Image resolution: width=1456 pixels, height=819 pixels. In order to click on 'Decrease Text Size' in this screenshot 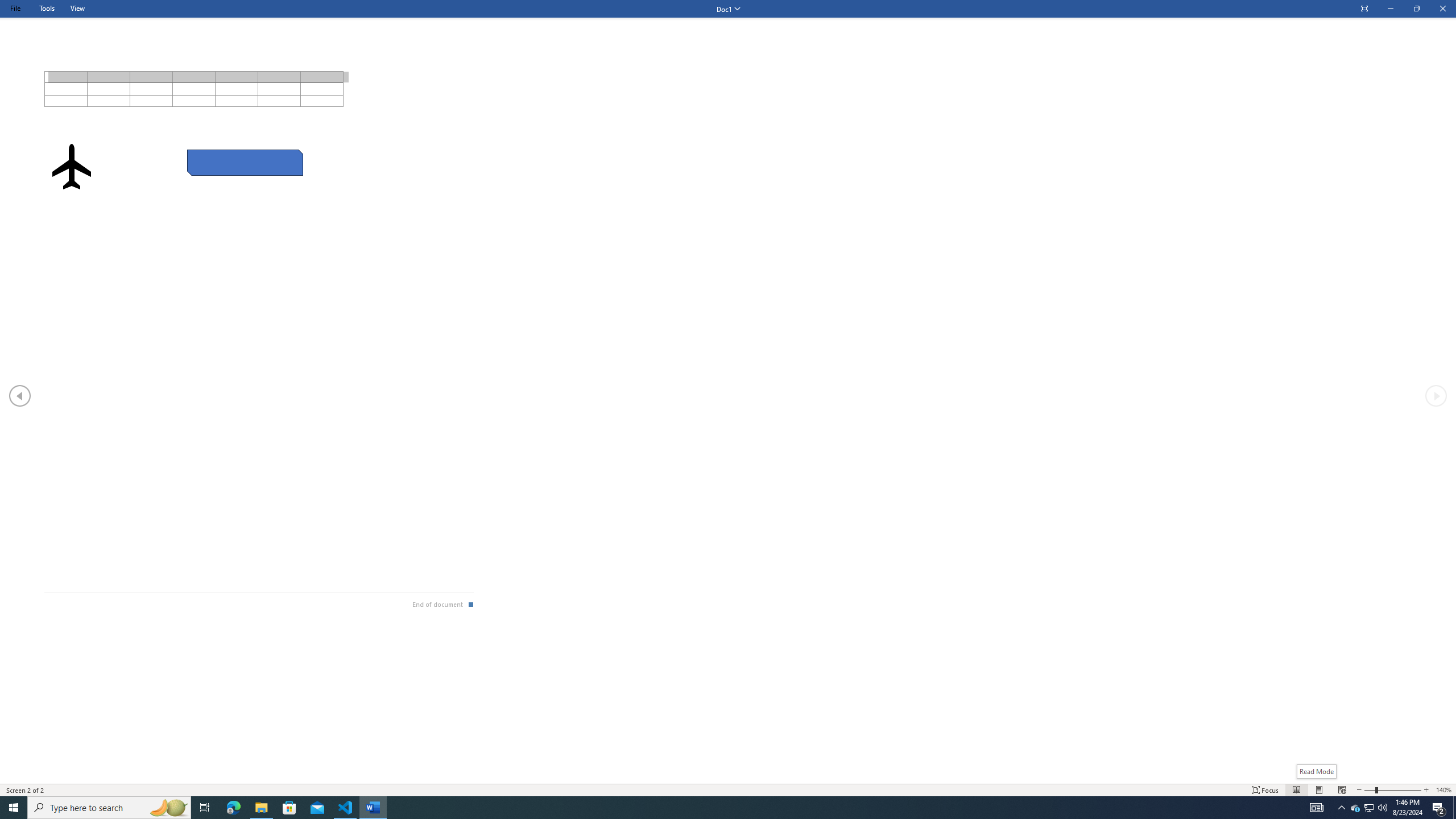, I will do `click(1358, 790)`.